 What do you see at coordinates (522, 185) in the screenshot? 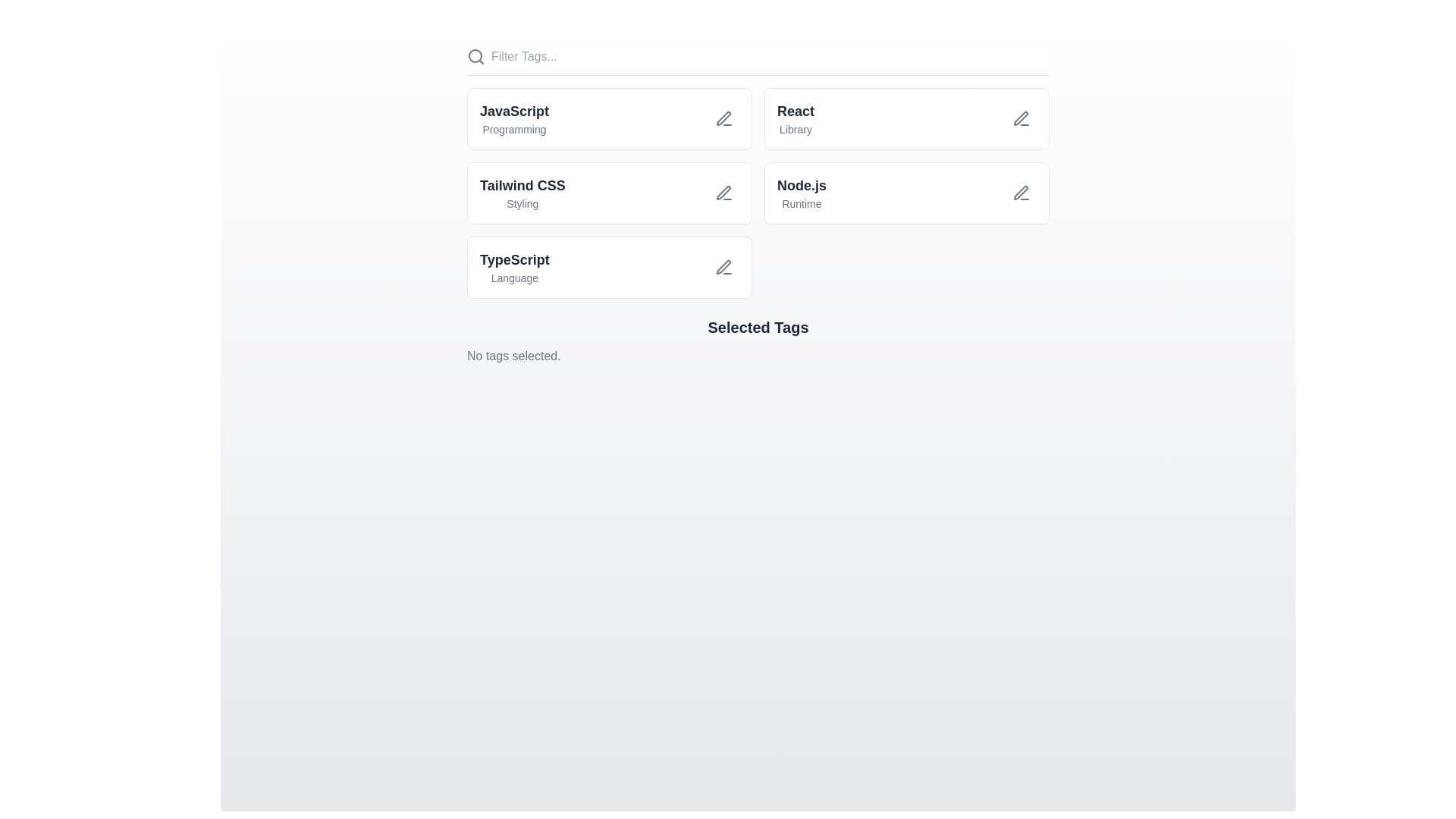
I see `the 'Tailwind CSS' text label for accessibility by moving the cursor to its center point` at bounding box center [522, 185].